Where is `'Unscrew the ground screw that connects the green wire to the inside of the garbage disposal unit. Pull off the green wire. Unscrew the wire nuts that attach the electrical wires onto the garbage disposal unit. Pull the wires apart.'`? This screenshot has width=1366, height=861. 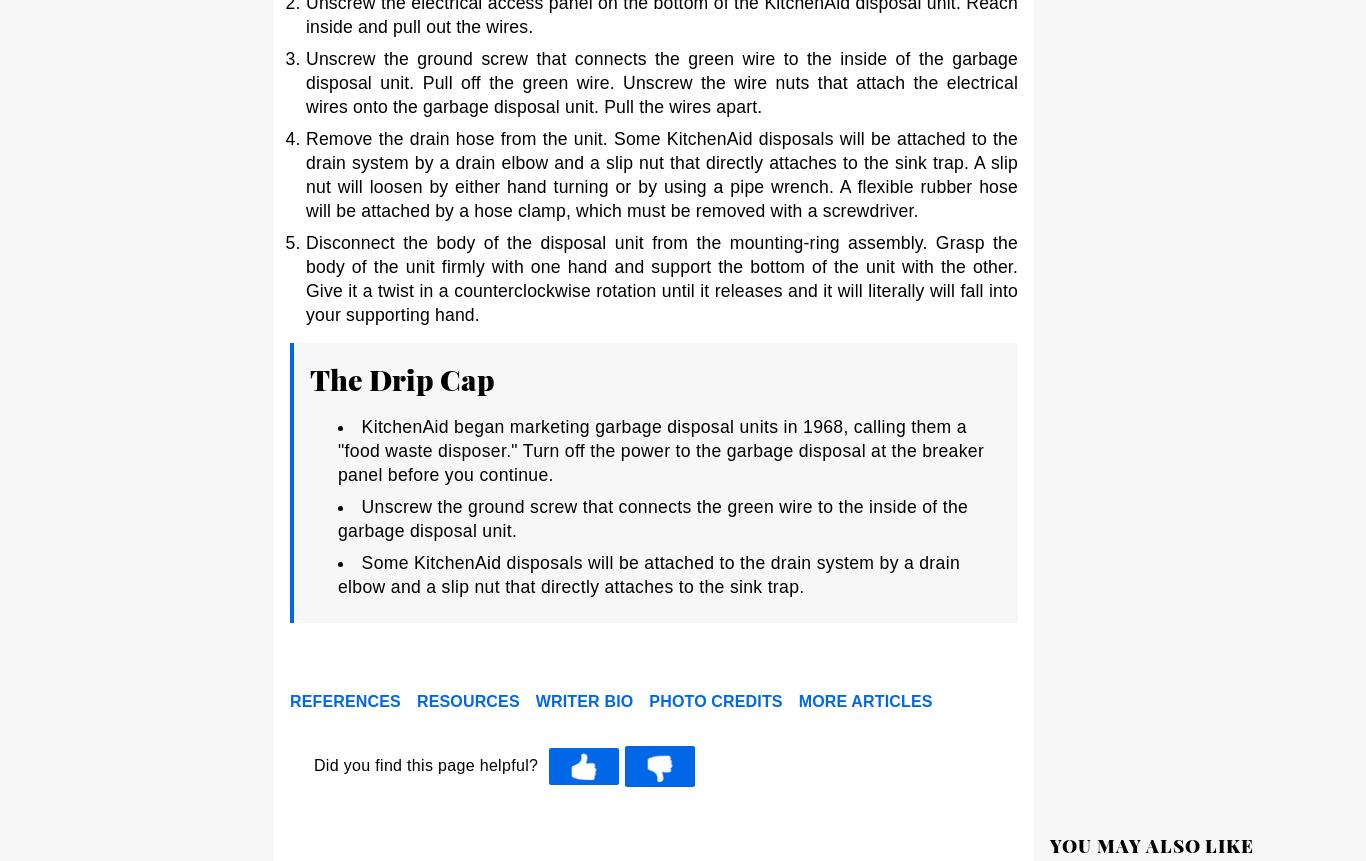
'Unscrew the ground screw that connects the green wire to the inside of the garbage disposal unit. Pull off the green wire. Unscrew the wire nuts that attach the electrical wires onto the garbage disposal unit. Pull the wires apart.' is located at coordinates (660, 82).